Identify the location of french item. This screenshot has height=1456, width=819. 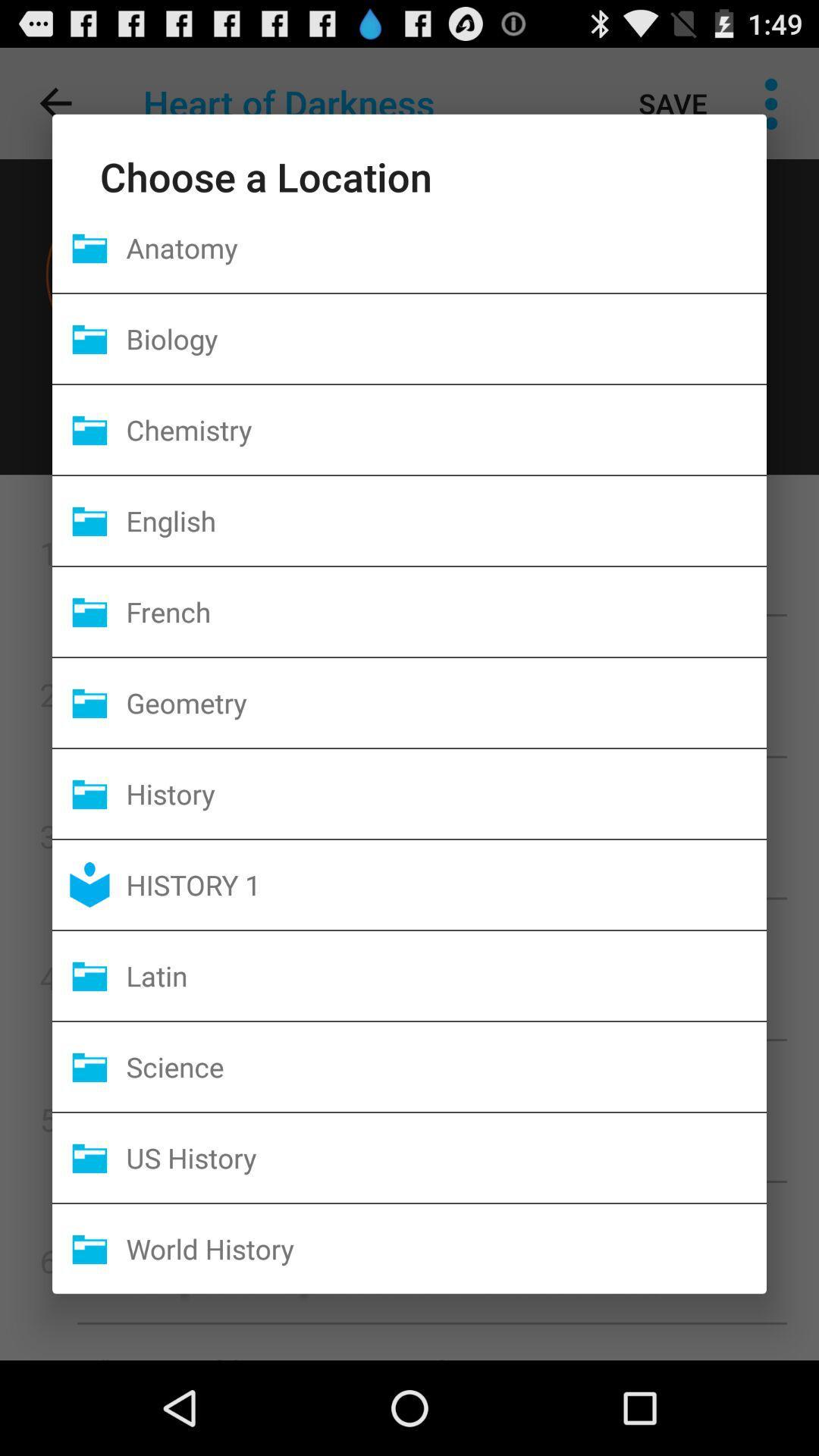
(445, 611).